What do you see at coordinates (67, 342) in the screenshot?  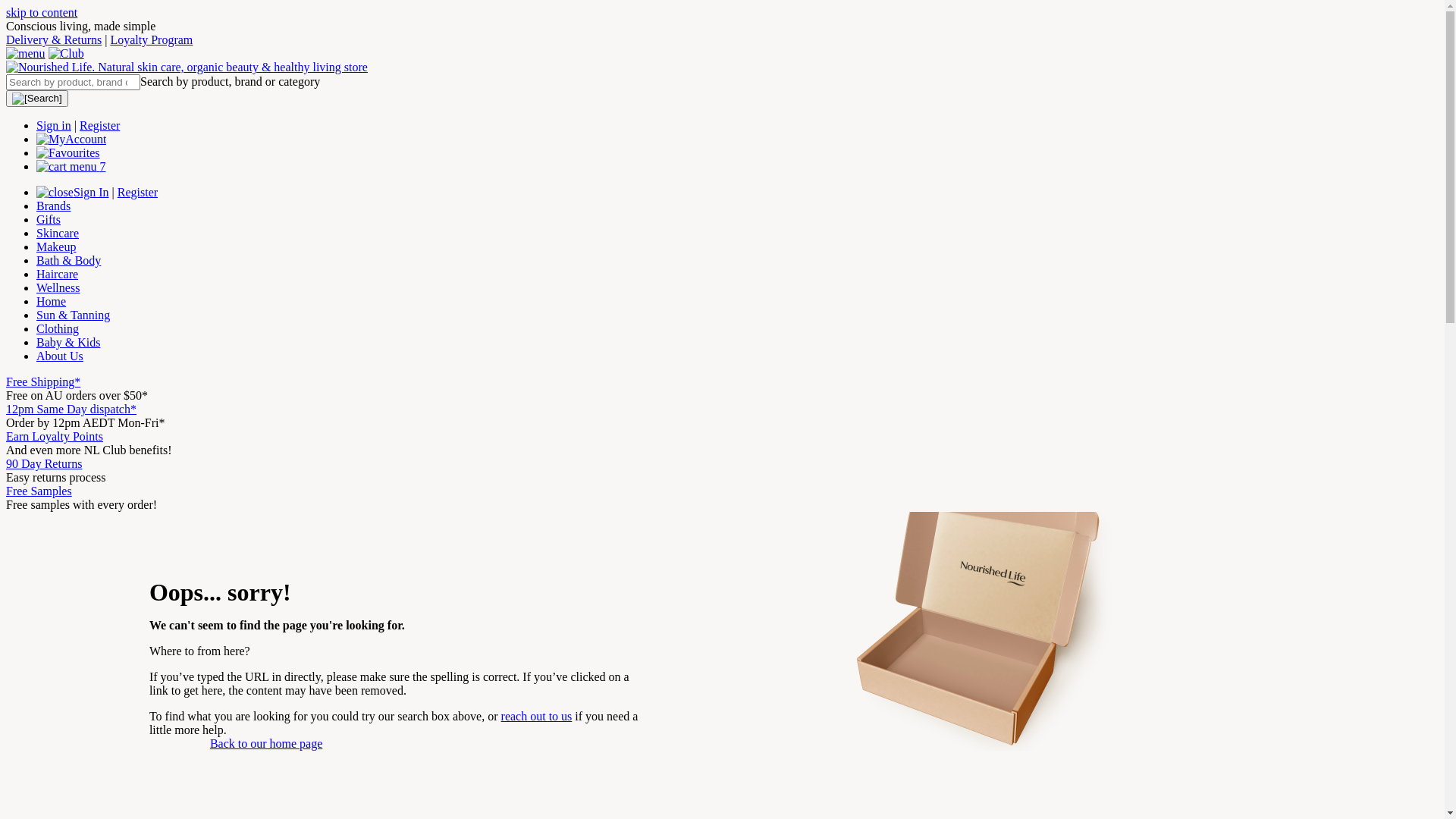 I see `'Baby & Kids'` at bounding box center [67, 342].